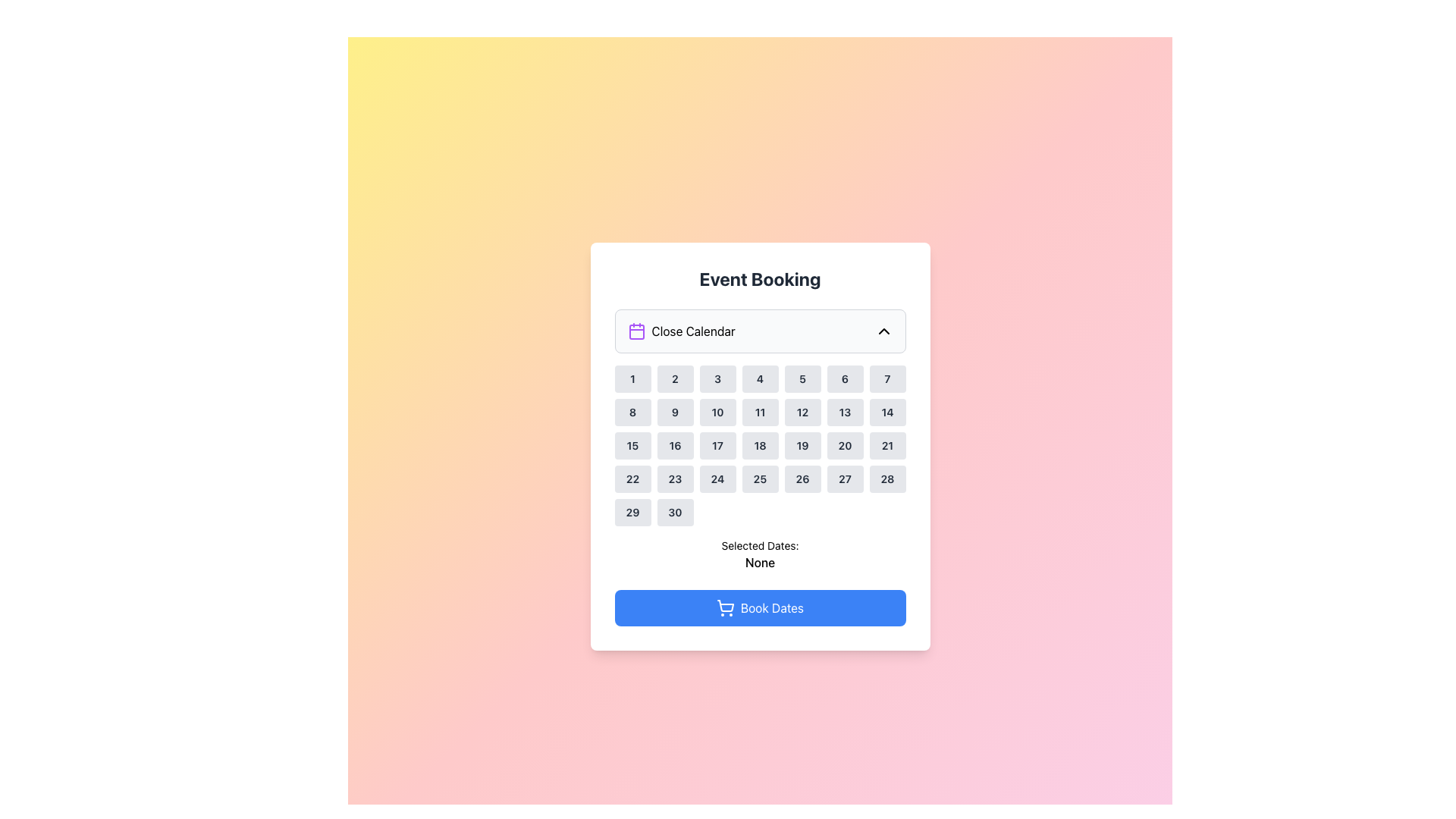 This screenshot has height=819, width=1456. Describe the element at coordinates (844, 444) in the screenshot. I see `the selectable day button in the calendar view located in the third row and seventh column of the grid` at that location.